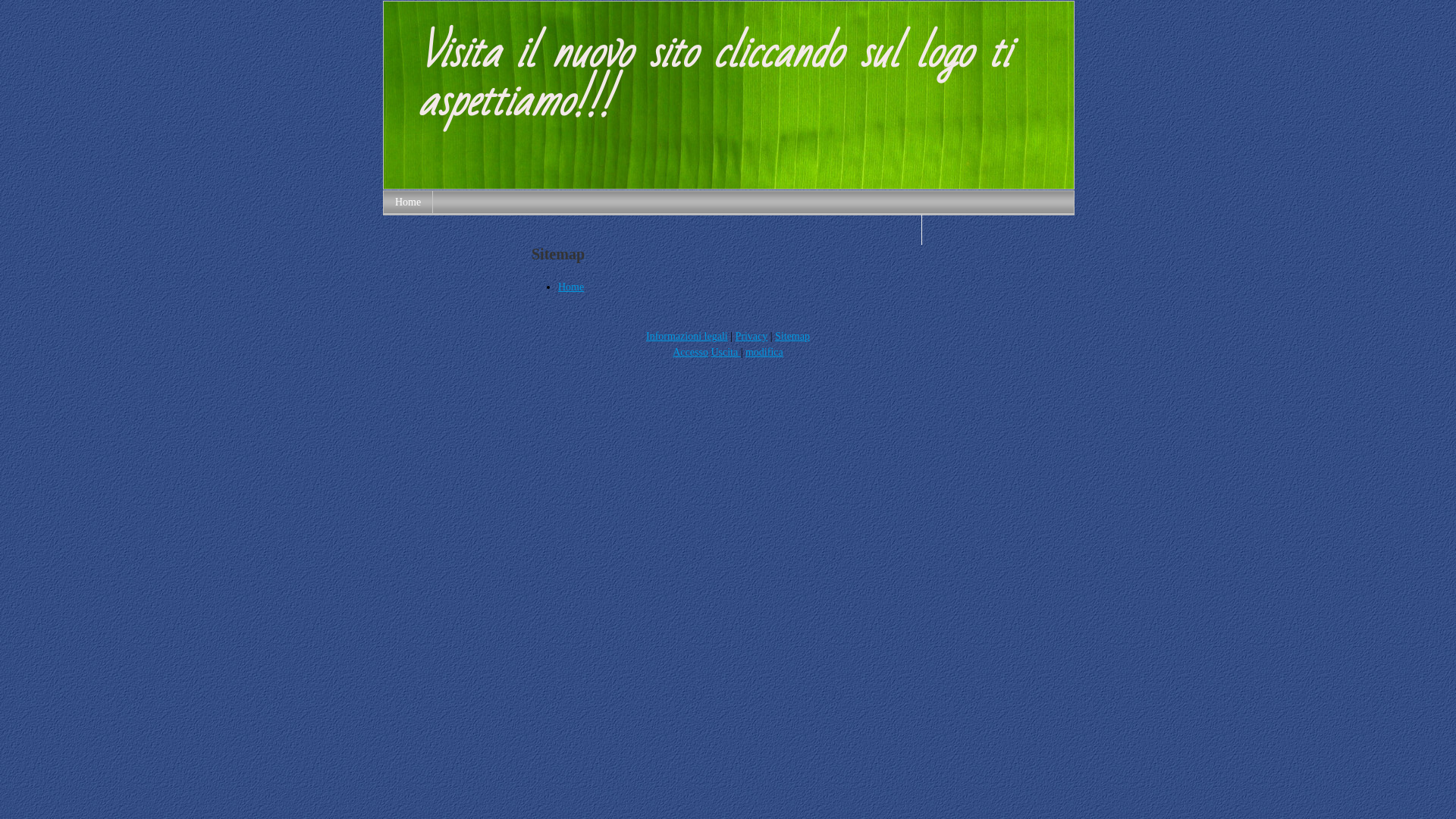 This screenshot has width=1456, height=819. Describe the element at coordinates (728, 184) in the screenshot. I see `'Visita il nuovo sito cliccando sul logo ti aspettiamo!!!'` at that location.